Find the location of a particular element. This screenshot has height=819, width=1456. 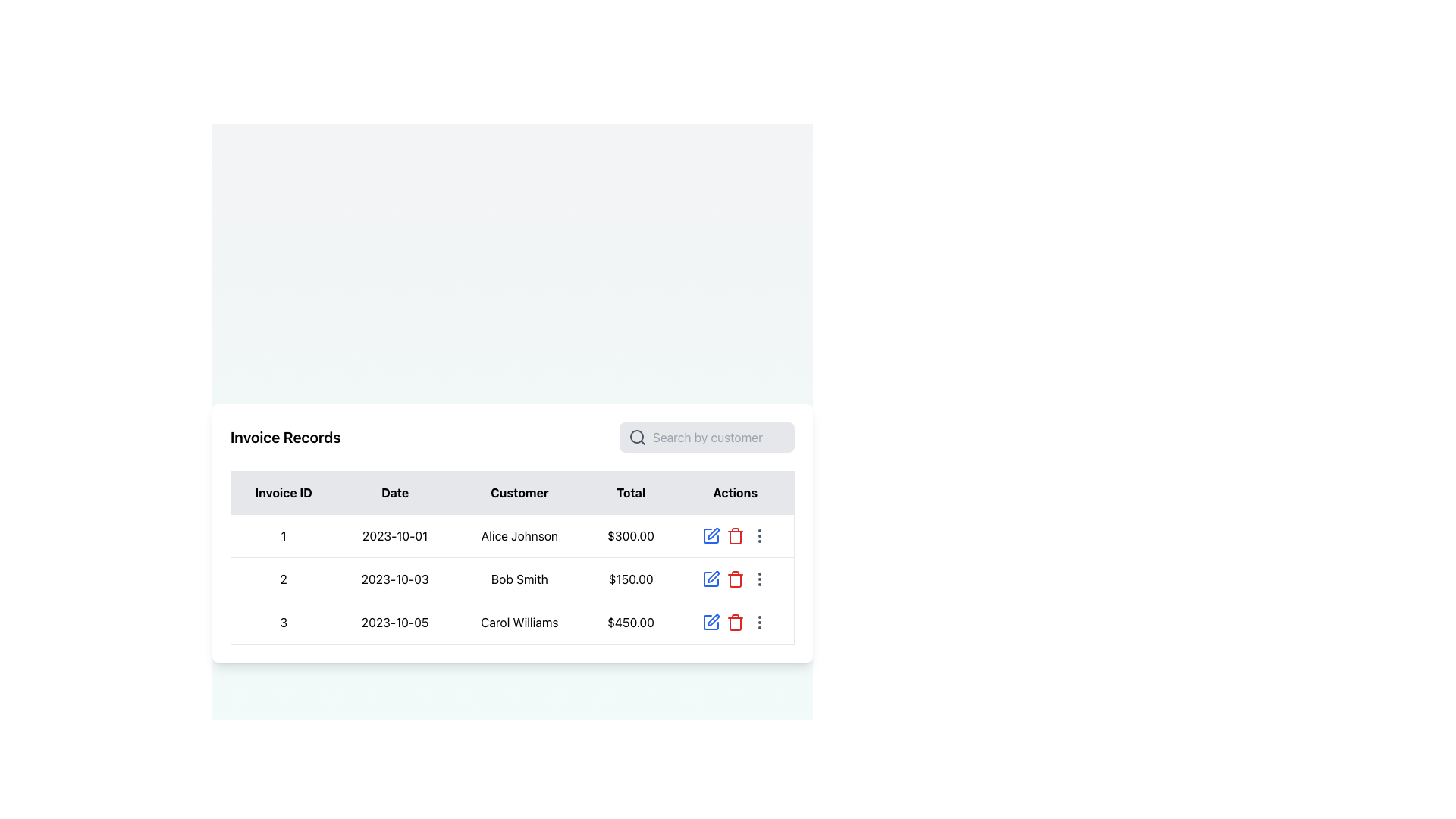

the primary circle of the magnifying glass icon located to the left of the search field in the top-right section of the table header is located at coordinates (637, 435).